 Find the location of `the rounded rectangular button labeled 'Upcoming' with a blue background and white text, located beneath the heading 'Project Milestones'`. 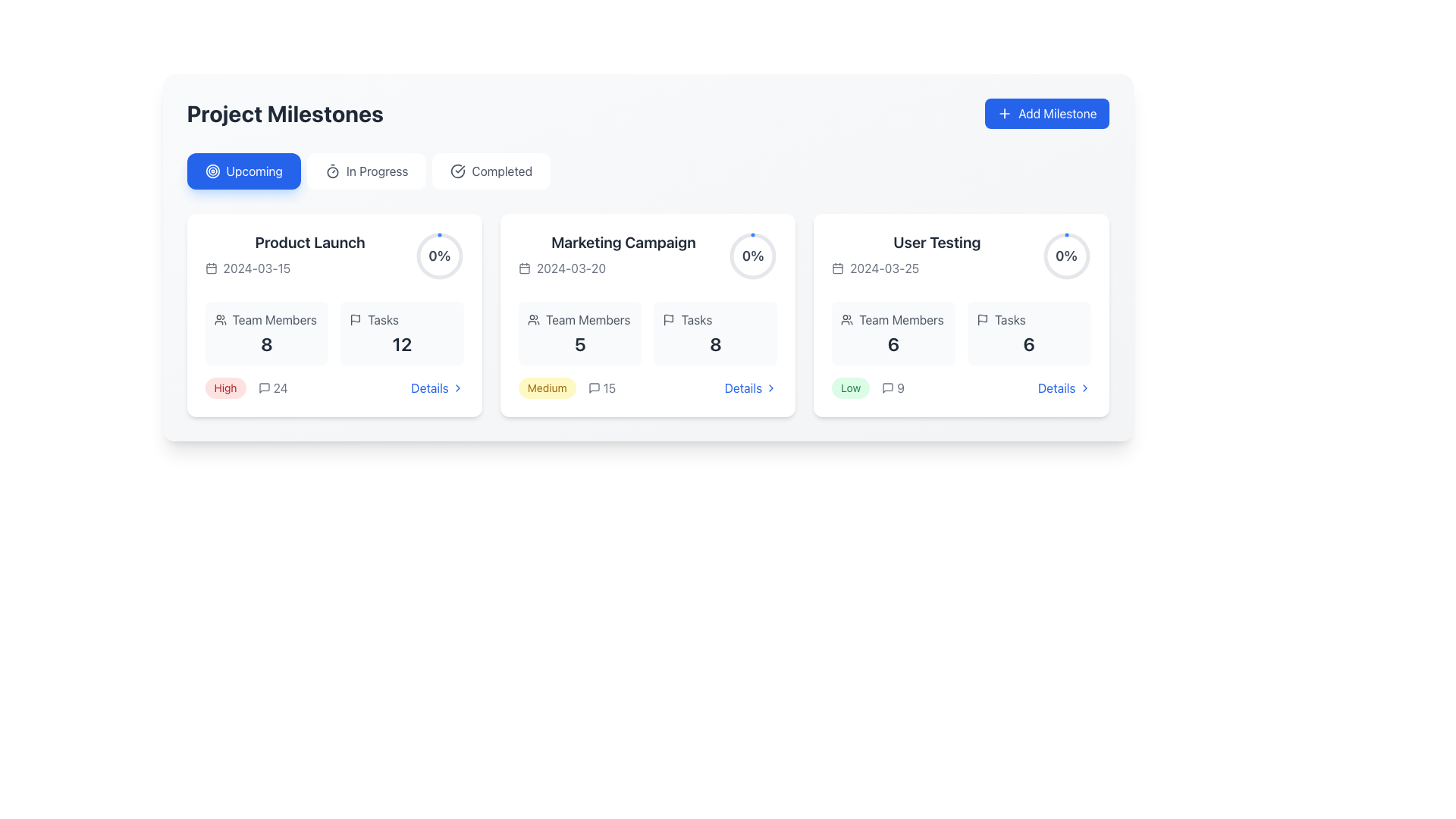

the rounded rectangular button labeled 'Upcoming' with a blue background and white text, located beneath the heading 'Project Milestones' is located at coordinates (243, 171).